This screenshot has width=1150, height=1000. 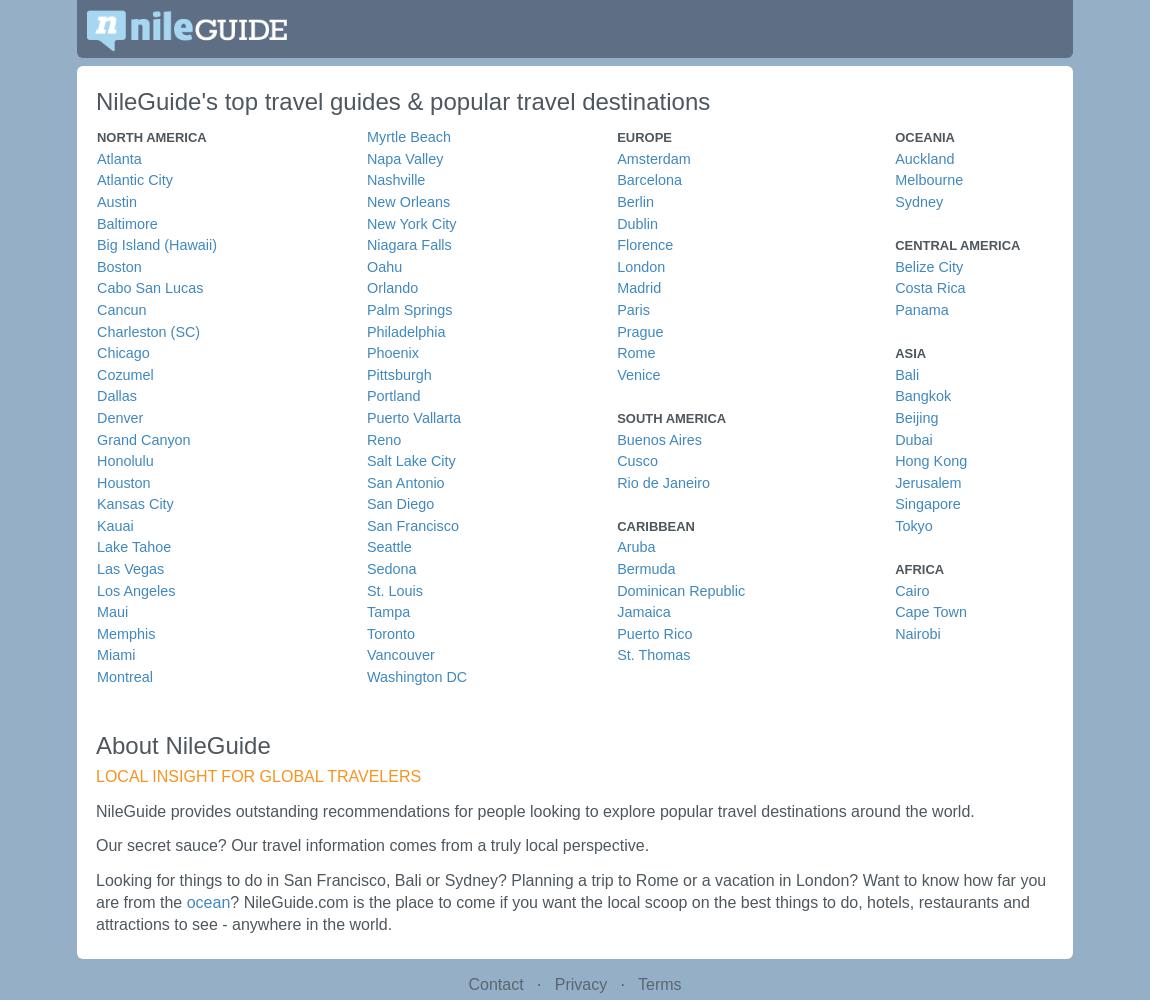 I want to click on 'ocean', so click(x=207, y=901).